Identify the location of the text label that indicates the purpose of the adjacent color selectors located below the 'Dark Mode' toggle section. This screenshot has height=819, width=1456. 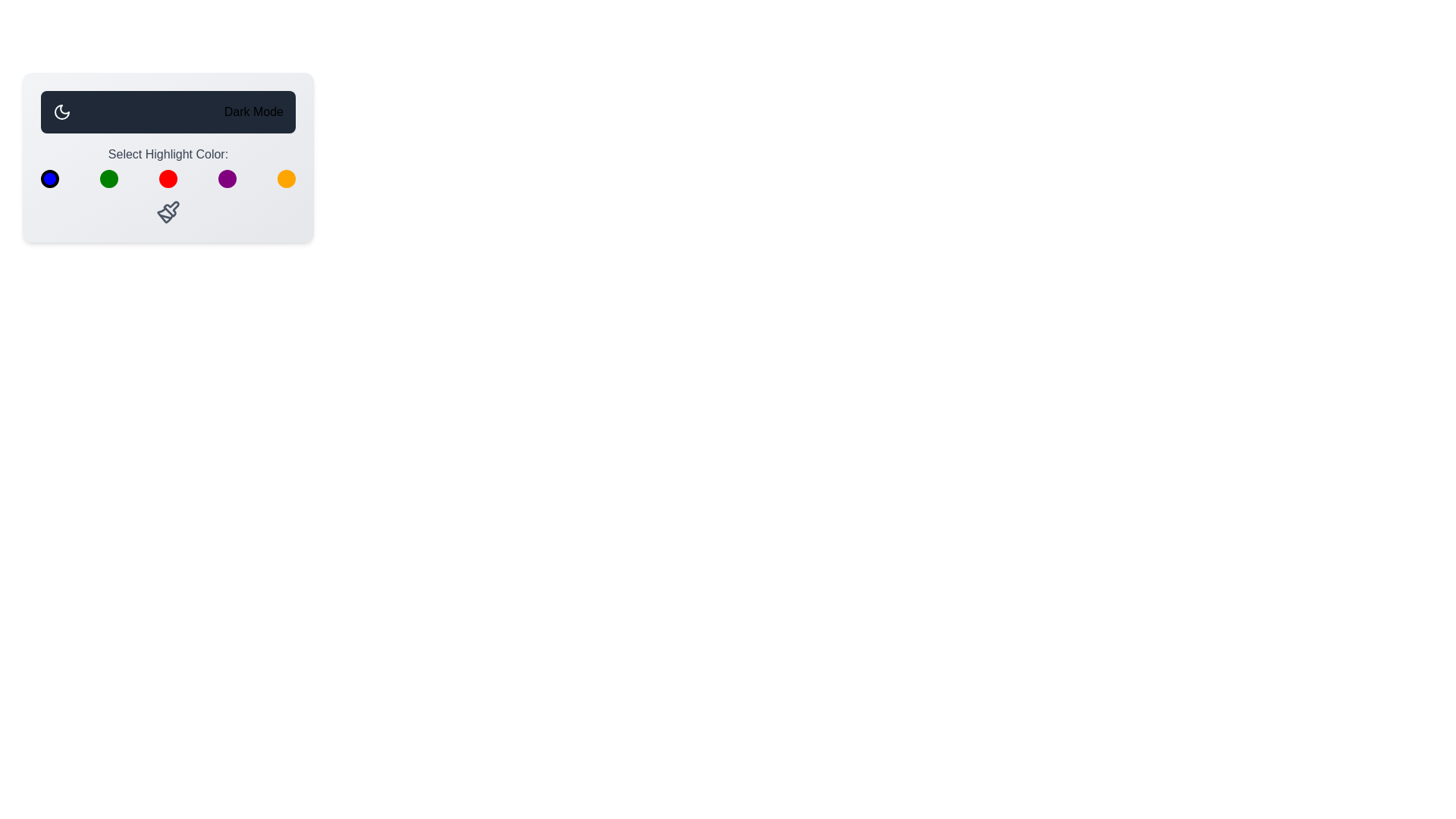
(168, 166).